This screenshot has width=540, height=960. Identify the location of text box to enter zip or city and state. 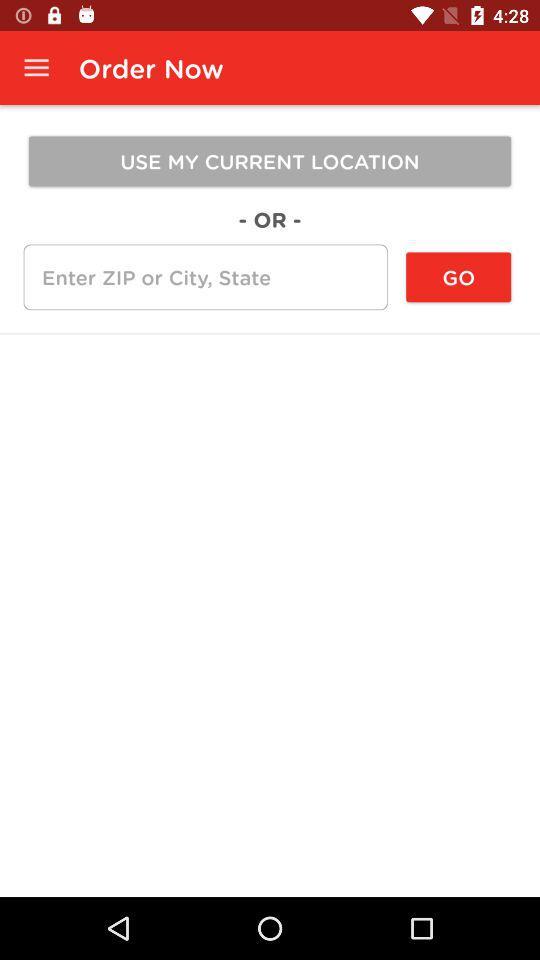
(204, 276).